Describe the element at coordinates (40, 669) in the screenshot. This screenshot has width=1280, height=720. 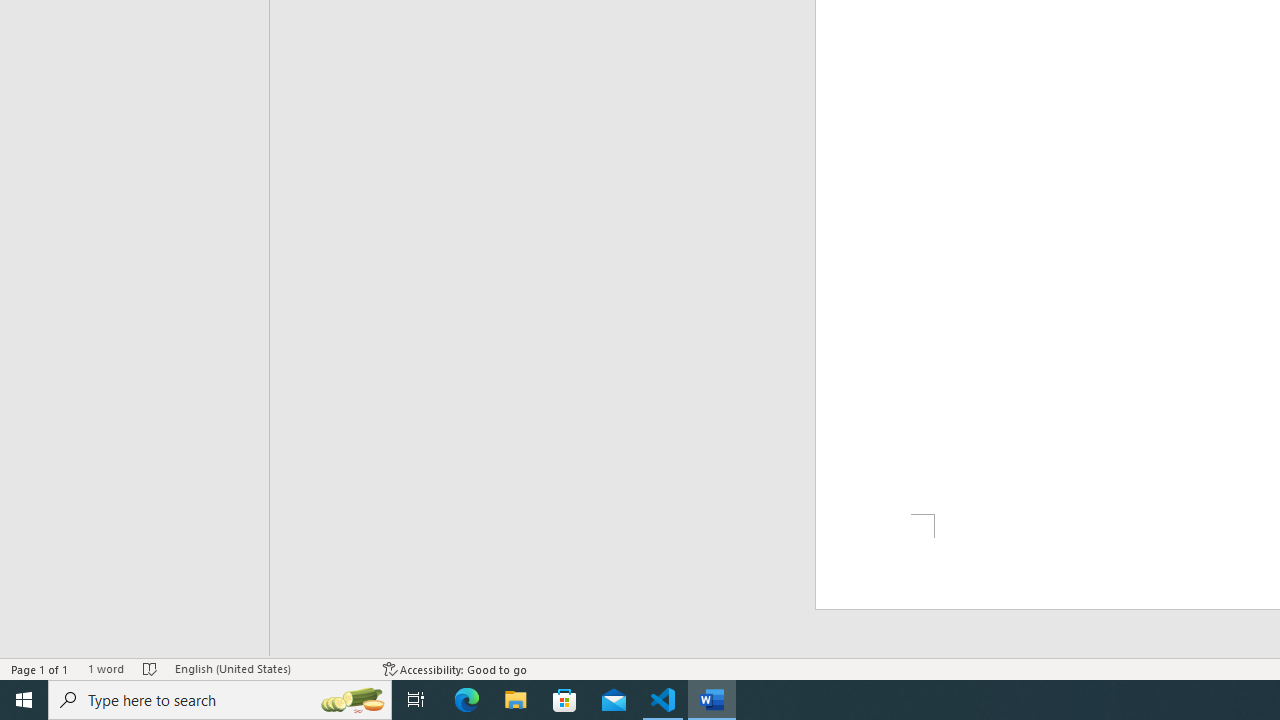
I see `'Page Number Page 1 of 1'` at that location.